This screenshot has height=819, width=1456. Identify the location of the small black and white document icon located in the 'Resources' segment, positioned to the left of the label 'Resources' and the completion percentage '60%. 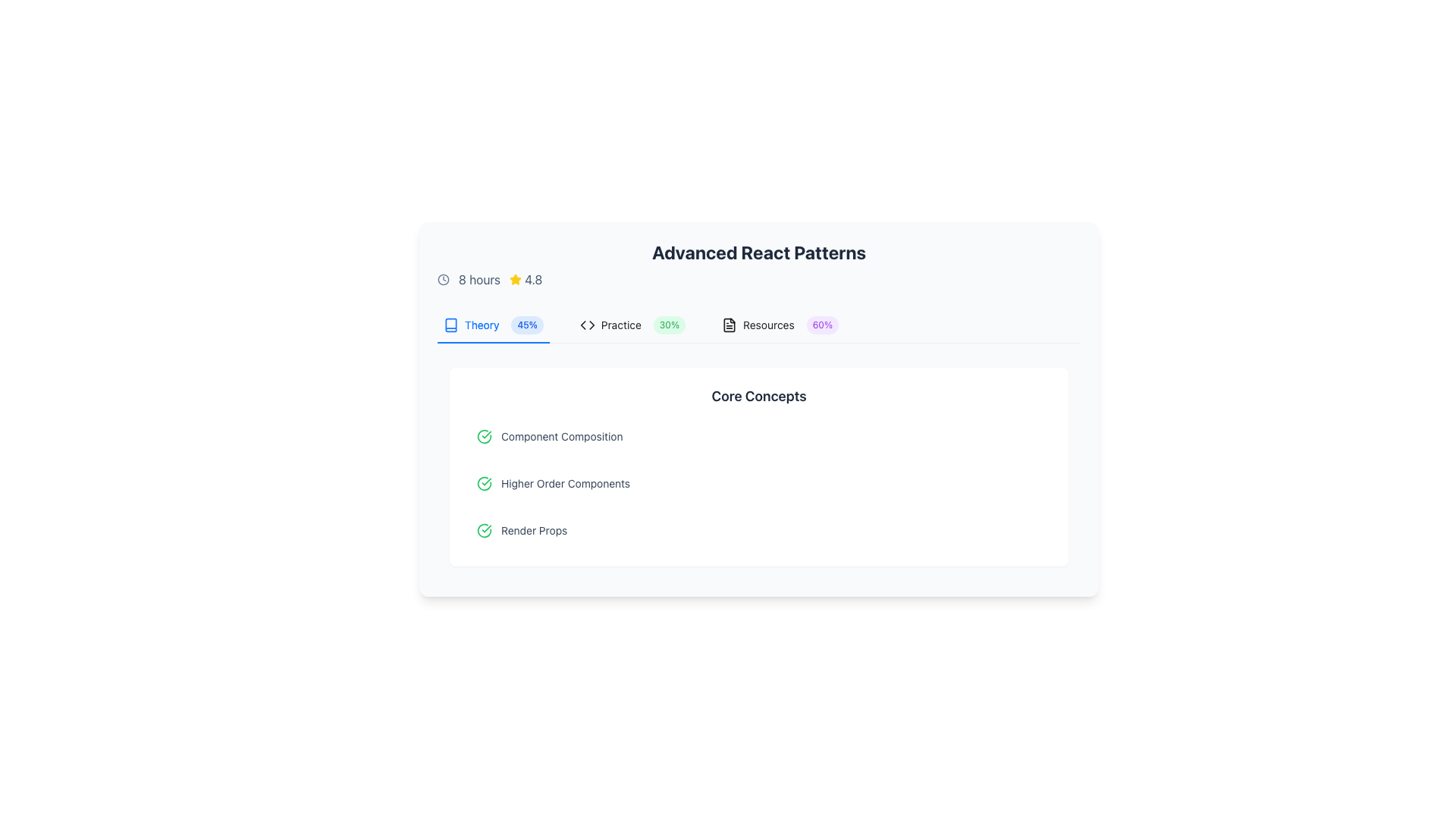
(730, 324).